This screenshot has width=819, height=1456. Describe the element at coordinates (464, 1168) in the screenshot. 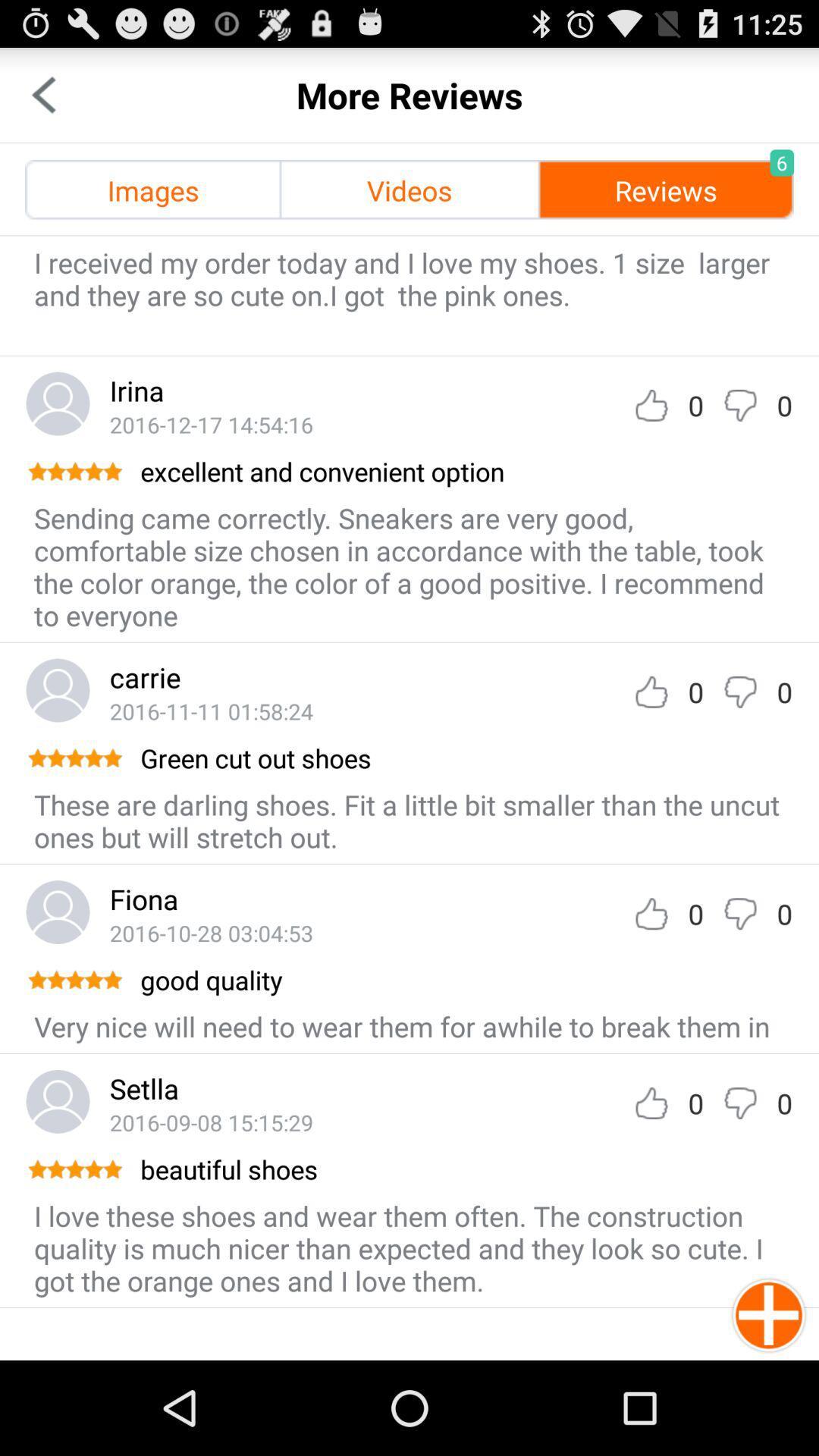

I see `the app below the 2016 09 08 item` at that location.